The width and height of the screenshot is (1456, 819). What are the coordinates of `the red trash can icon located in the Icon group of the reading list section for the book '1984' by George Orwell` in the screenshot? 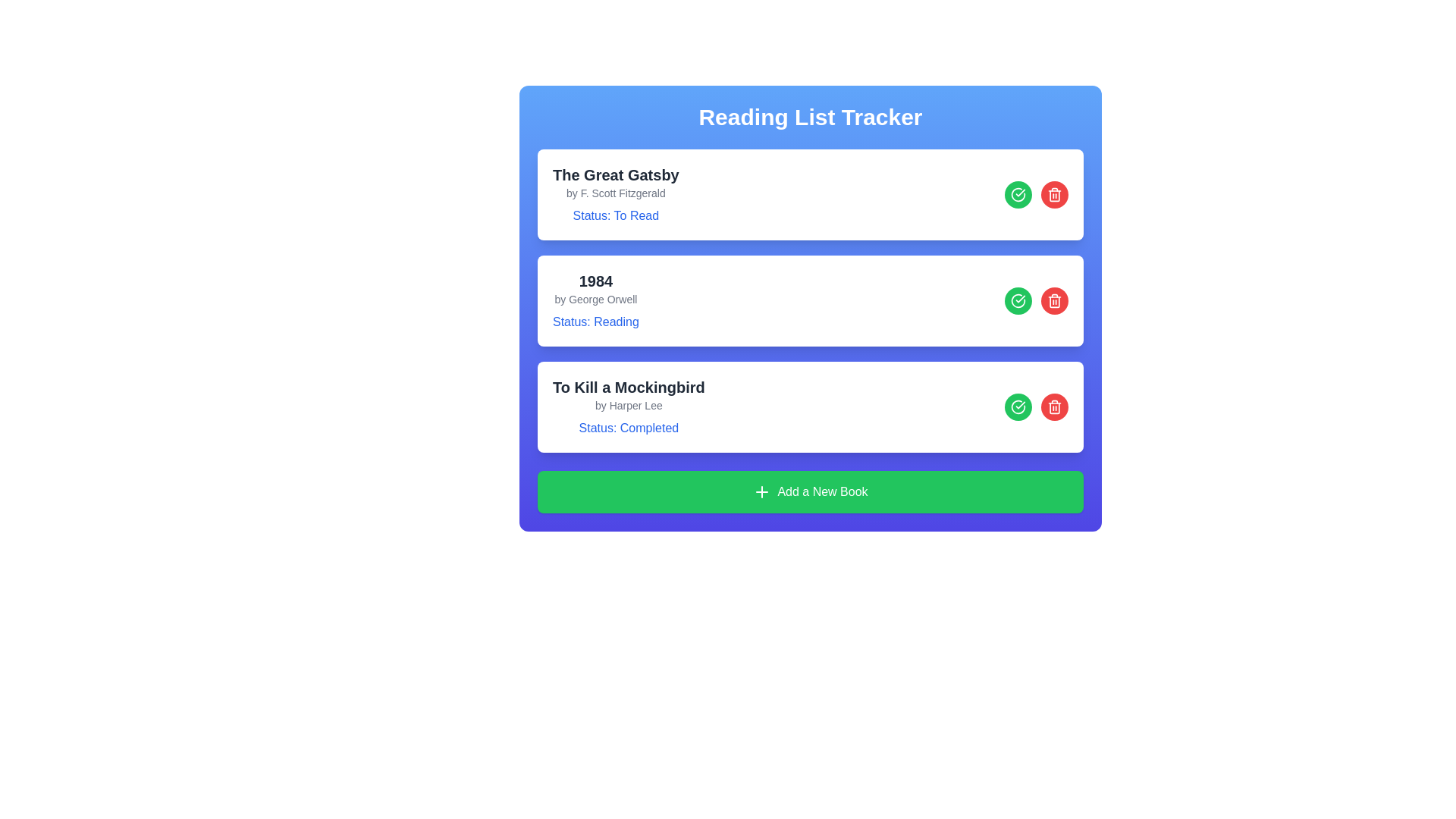 It's located at (1036, 301).